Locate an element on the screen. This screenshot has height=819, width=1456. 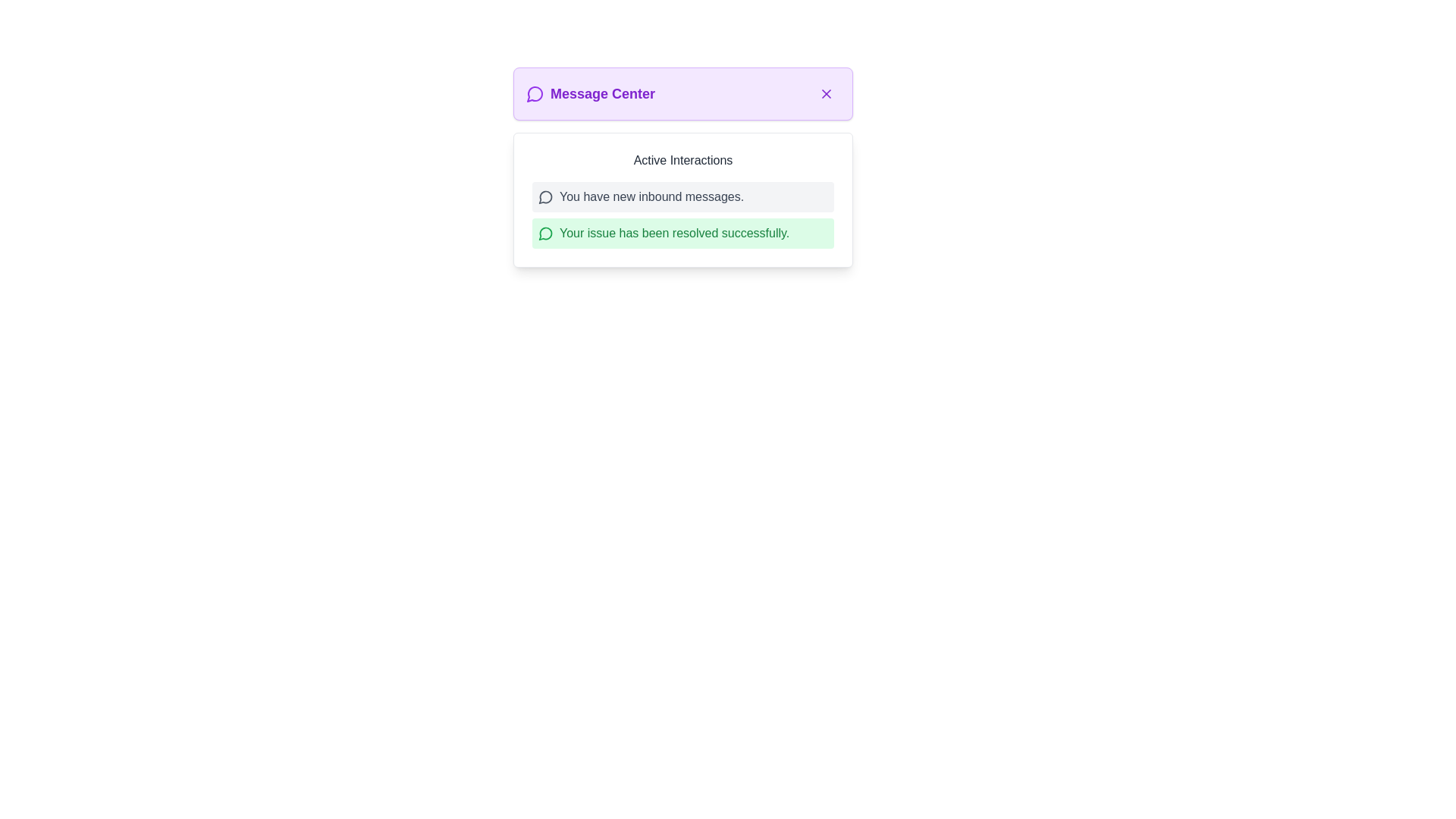
the circular graphical icon with a speech bubble outline located near the top-left corner of the 'Message Center' pop-up is located at coordinates (545, 196).